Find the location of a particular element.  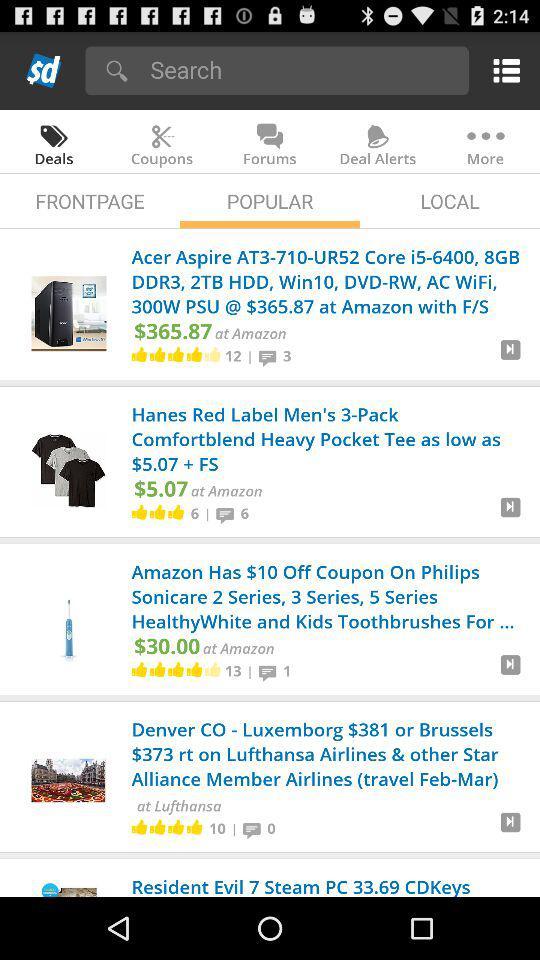

icon next to | app is located at coordinates (227, 512).